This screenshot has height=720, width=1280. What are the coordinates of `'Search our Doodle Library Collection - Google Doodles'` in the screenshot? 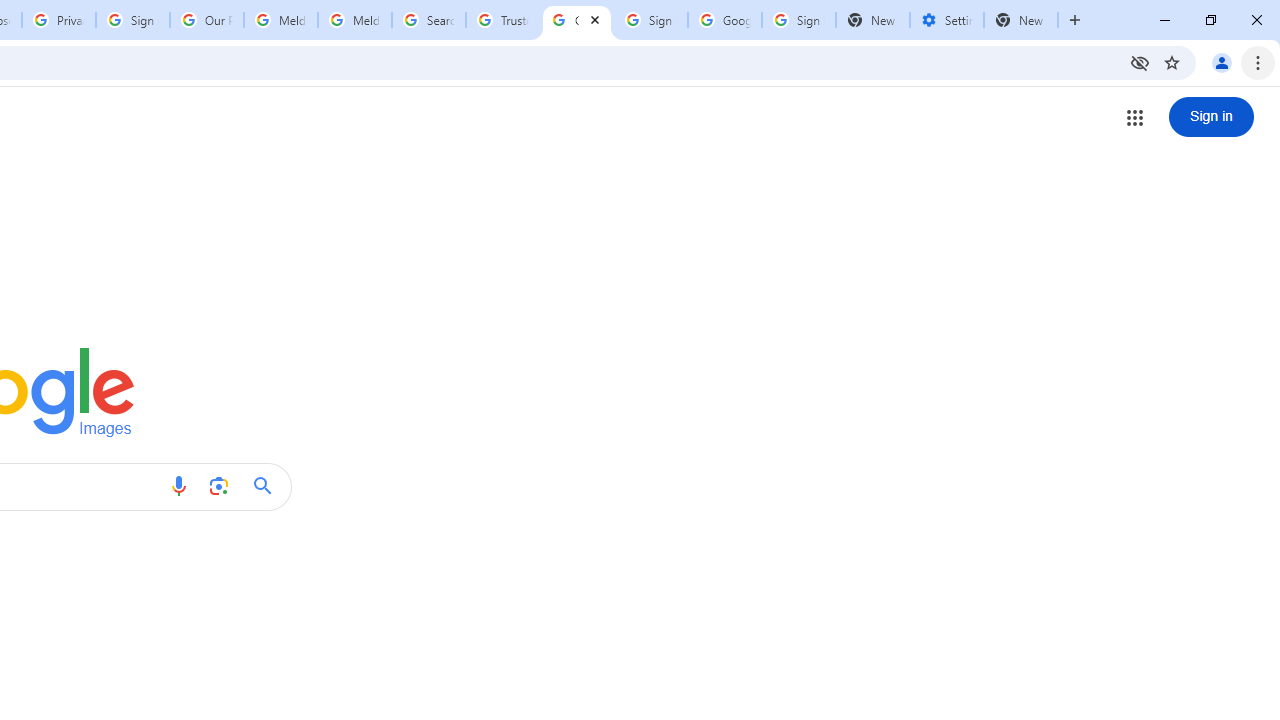 It's located at (427, 20).